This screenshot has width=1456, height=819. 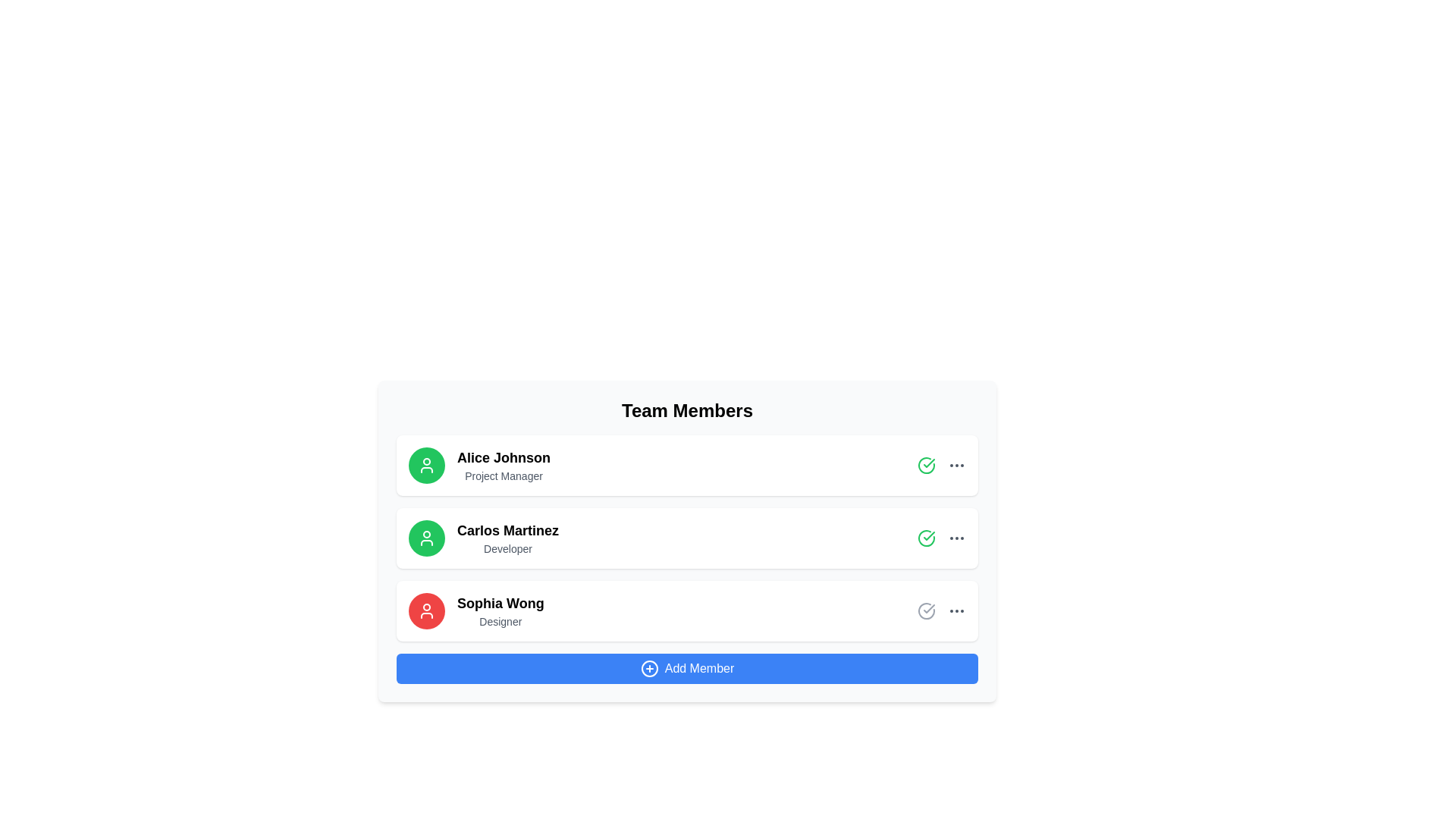 I want to click on the 'Team Members' text label, which is prominently styled in bold and large font at the top of the section, to trigger tooltips if applicable, so click(x=686, y=411).